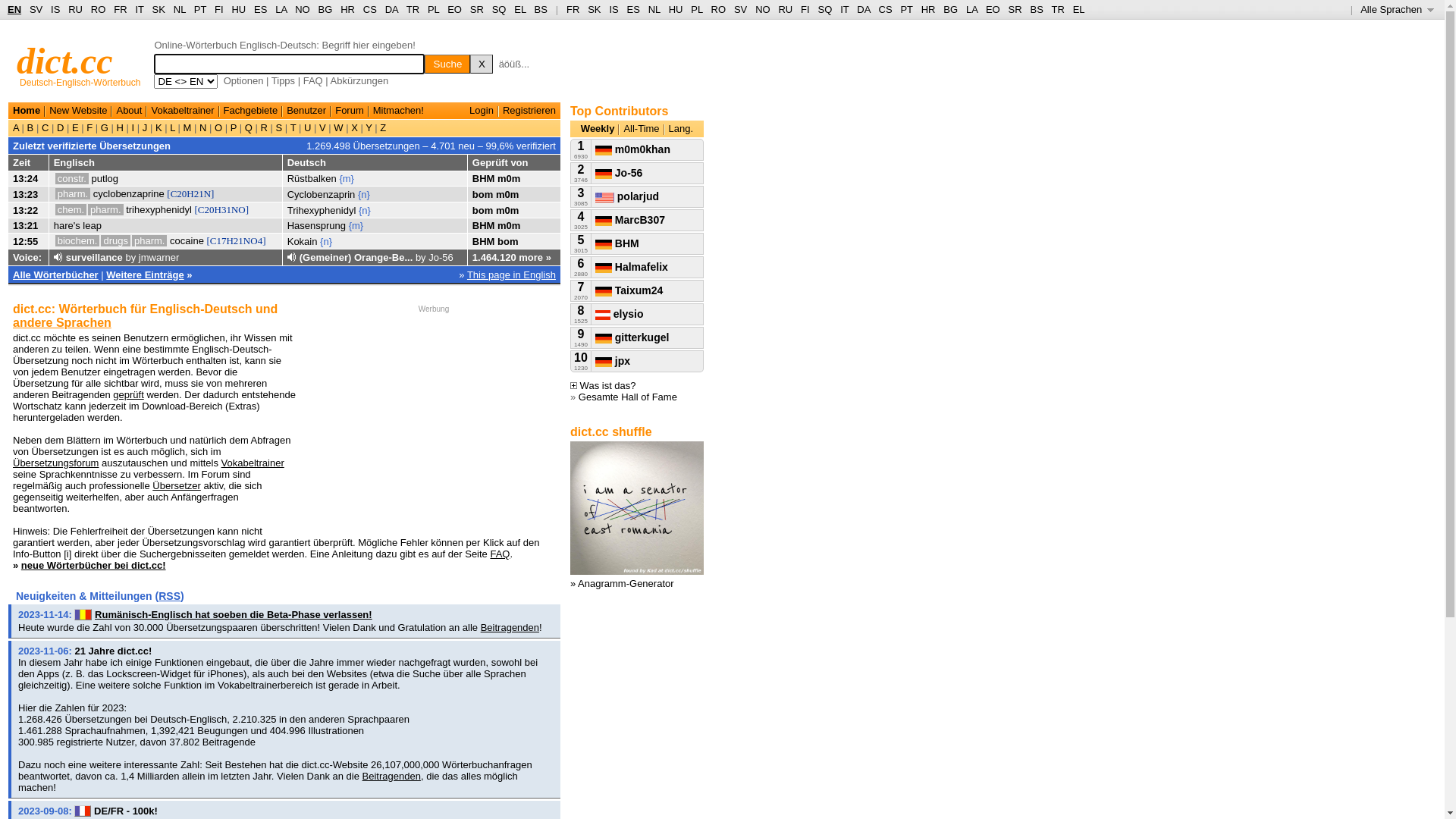 This screenshot has height=819, width=1456. What do you see at coordinates (25, 177) in the screenshot?
I see `'13:24'` at bounding box center [25, 177].